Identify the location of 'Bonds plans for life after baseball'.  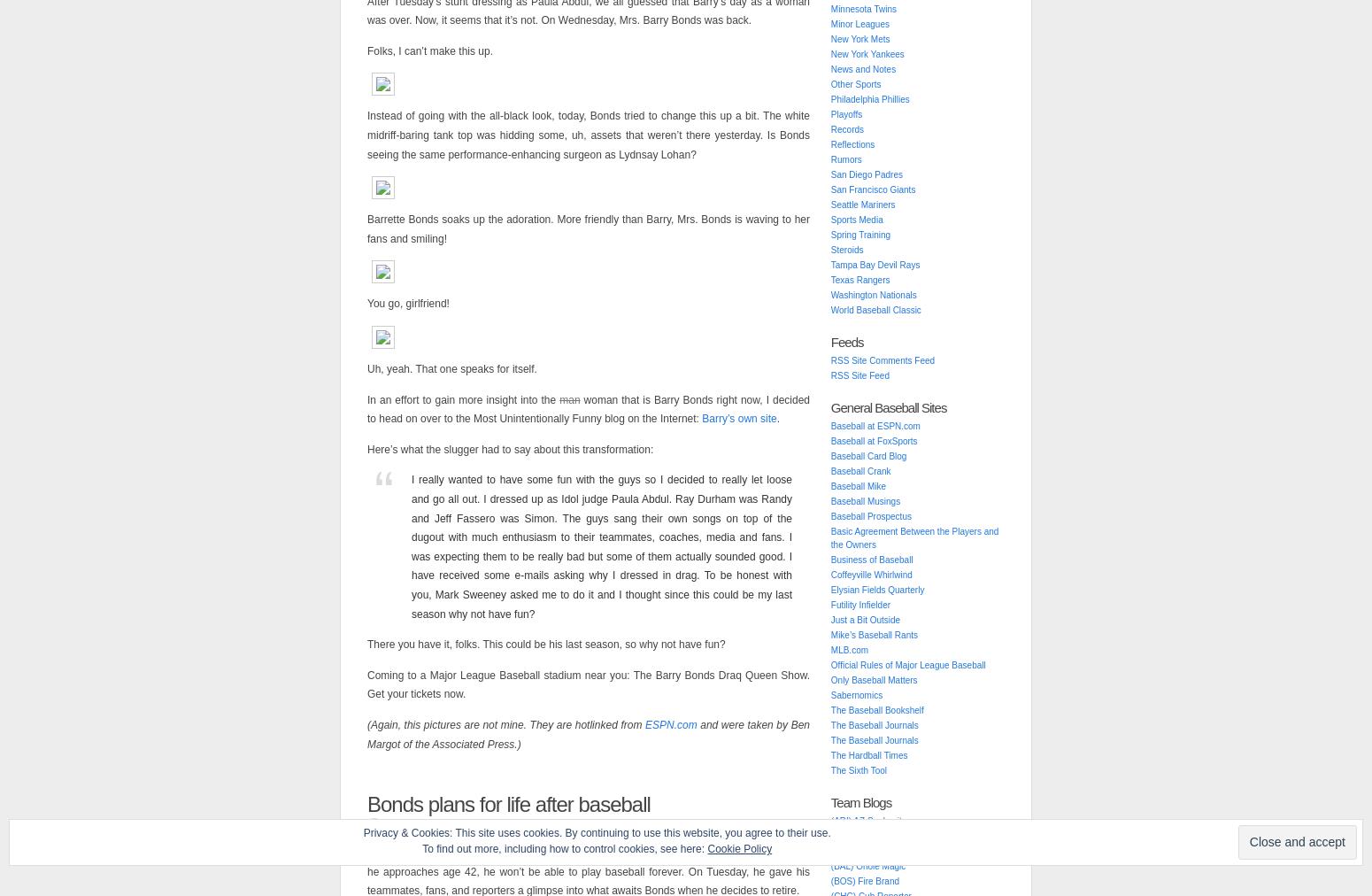
(508, 804).